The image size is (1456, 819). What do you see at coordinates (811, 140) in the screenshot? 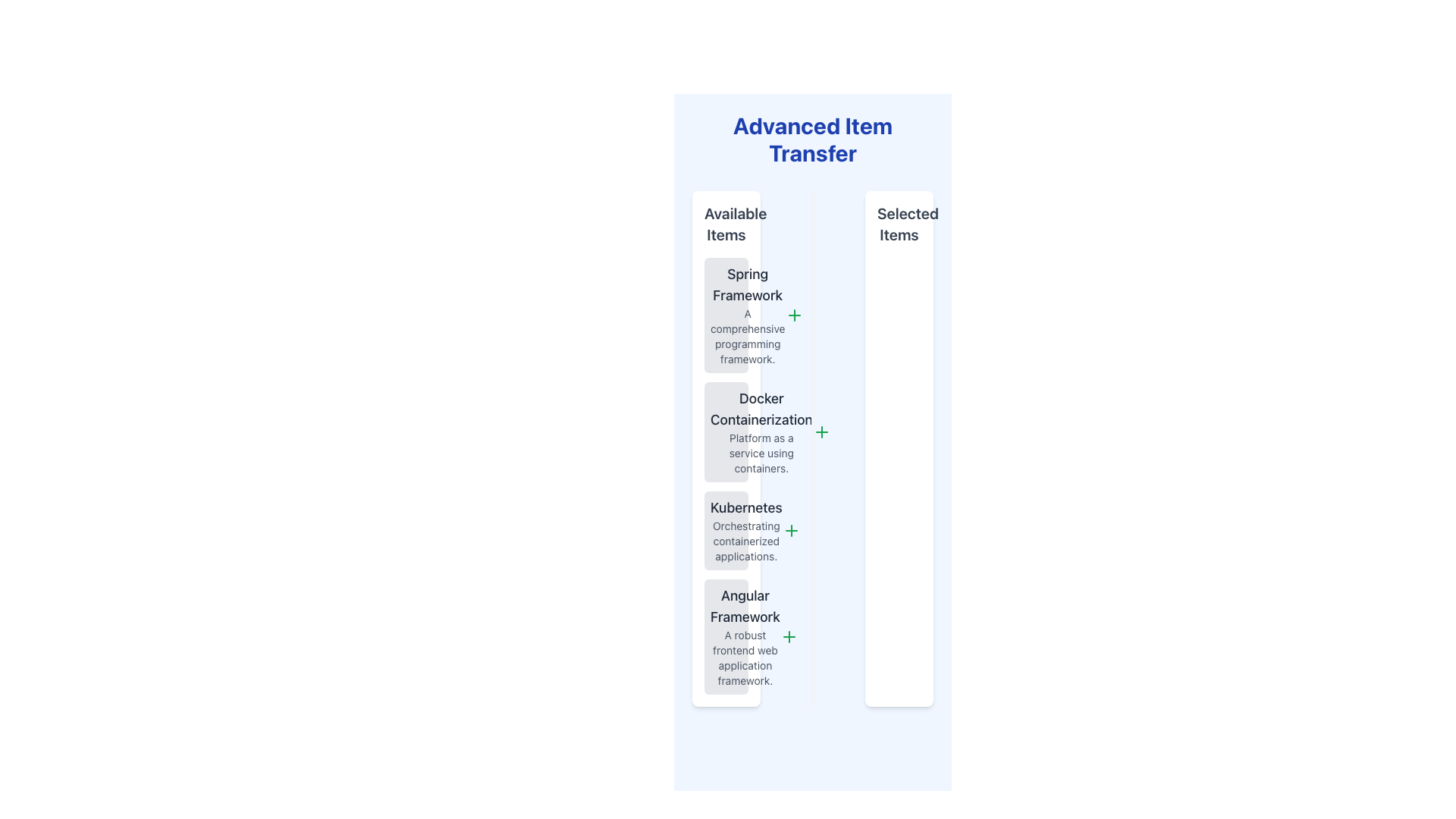
I see `the header text element that serves as the title for the interface, located at the top center of the layout` at bounding box center [811, 140].